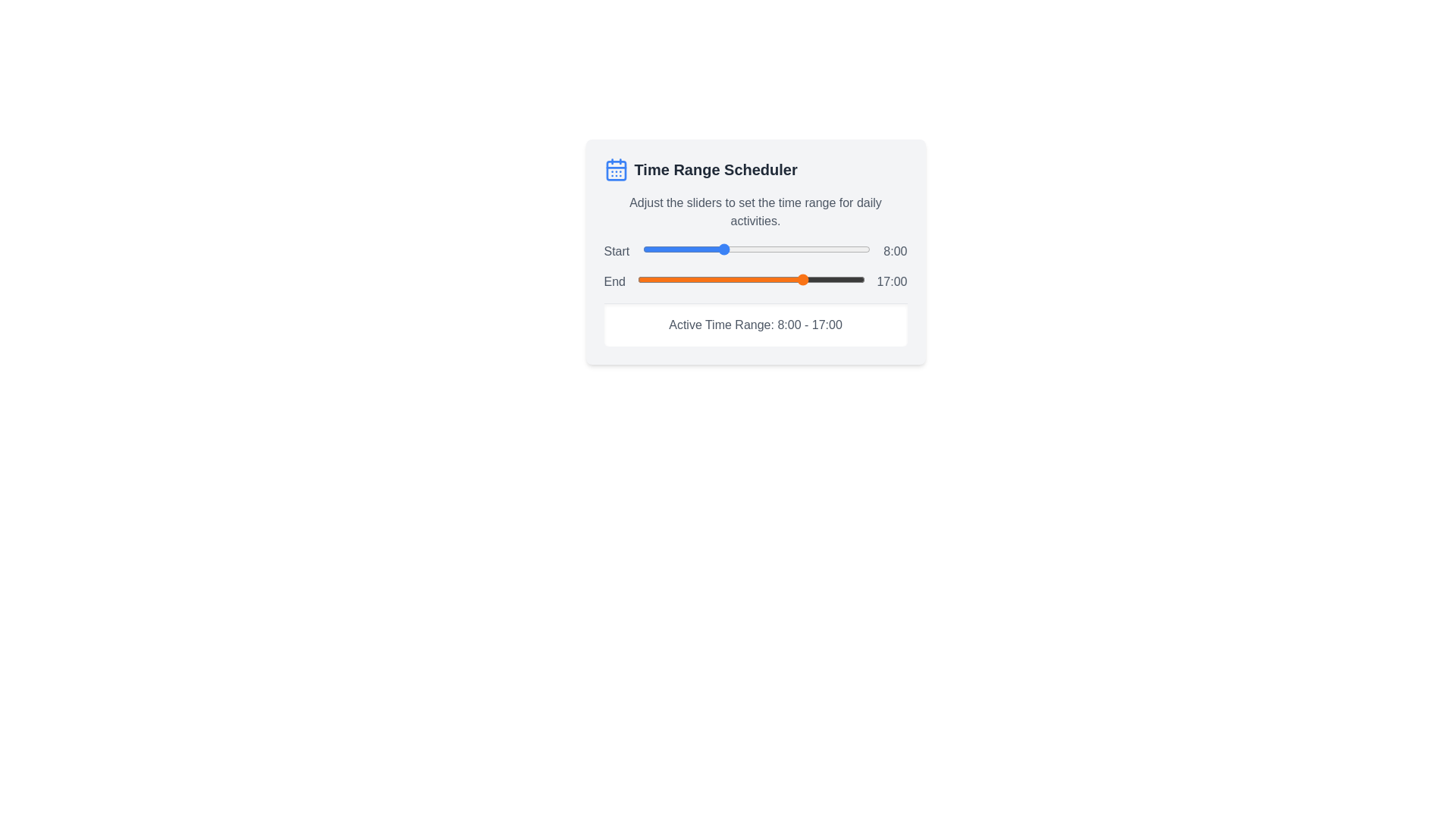 The height and width of the screenshot is (819, 1456). Describe the element at coordinates (711, 248) in the screenshot. I see `the start time slider to 7 hours` at that location.